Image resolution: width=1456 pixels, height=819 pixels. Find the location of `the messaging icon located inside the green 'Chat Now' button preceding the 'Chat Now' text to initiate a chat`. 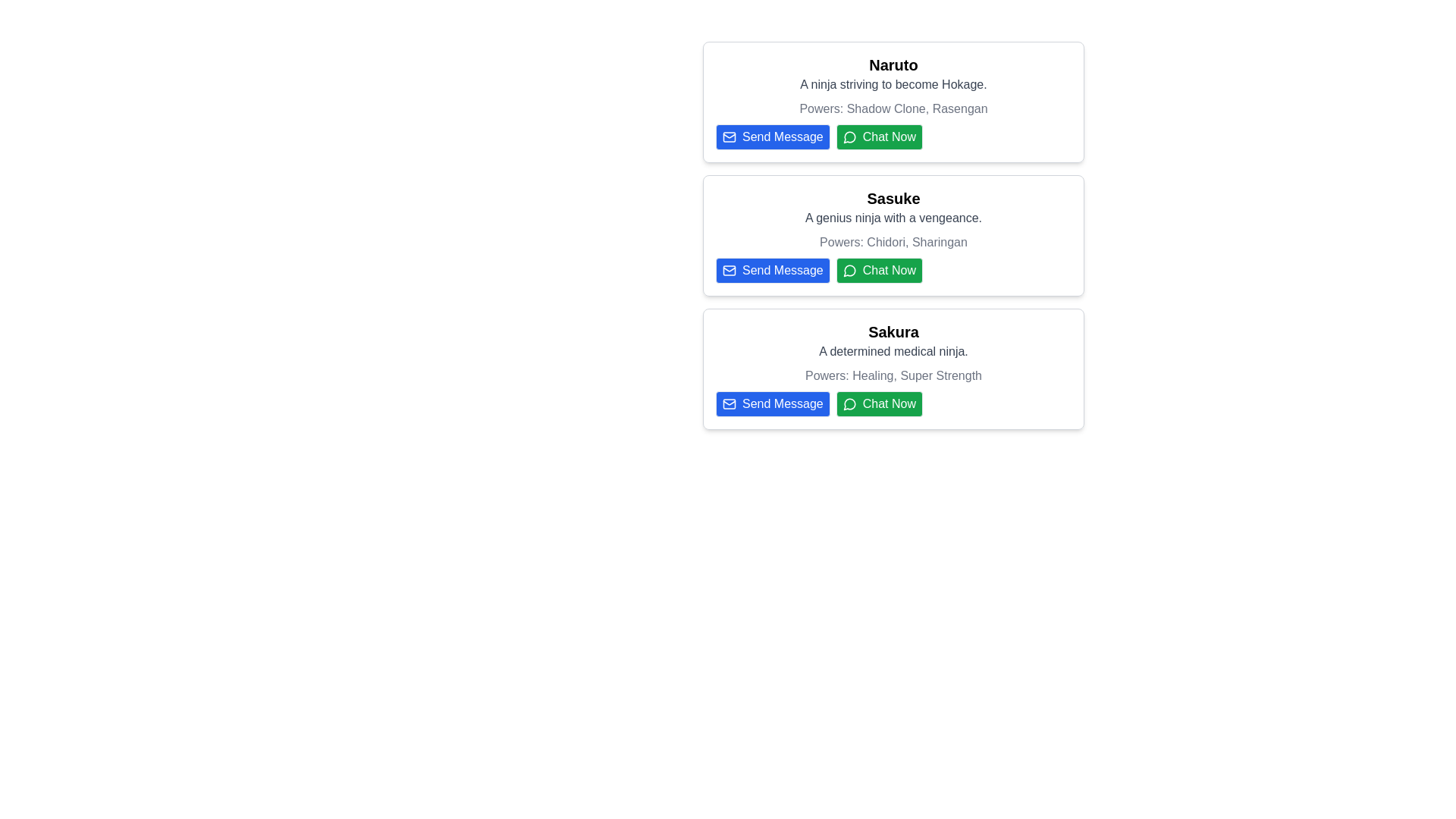

the messaging icon located inside the green 'Chat Now' button preceding the 'Chat Now' text to initiate a chat is located at coordinates (849, 270).